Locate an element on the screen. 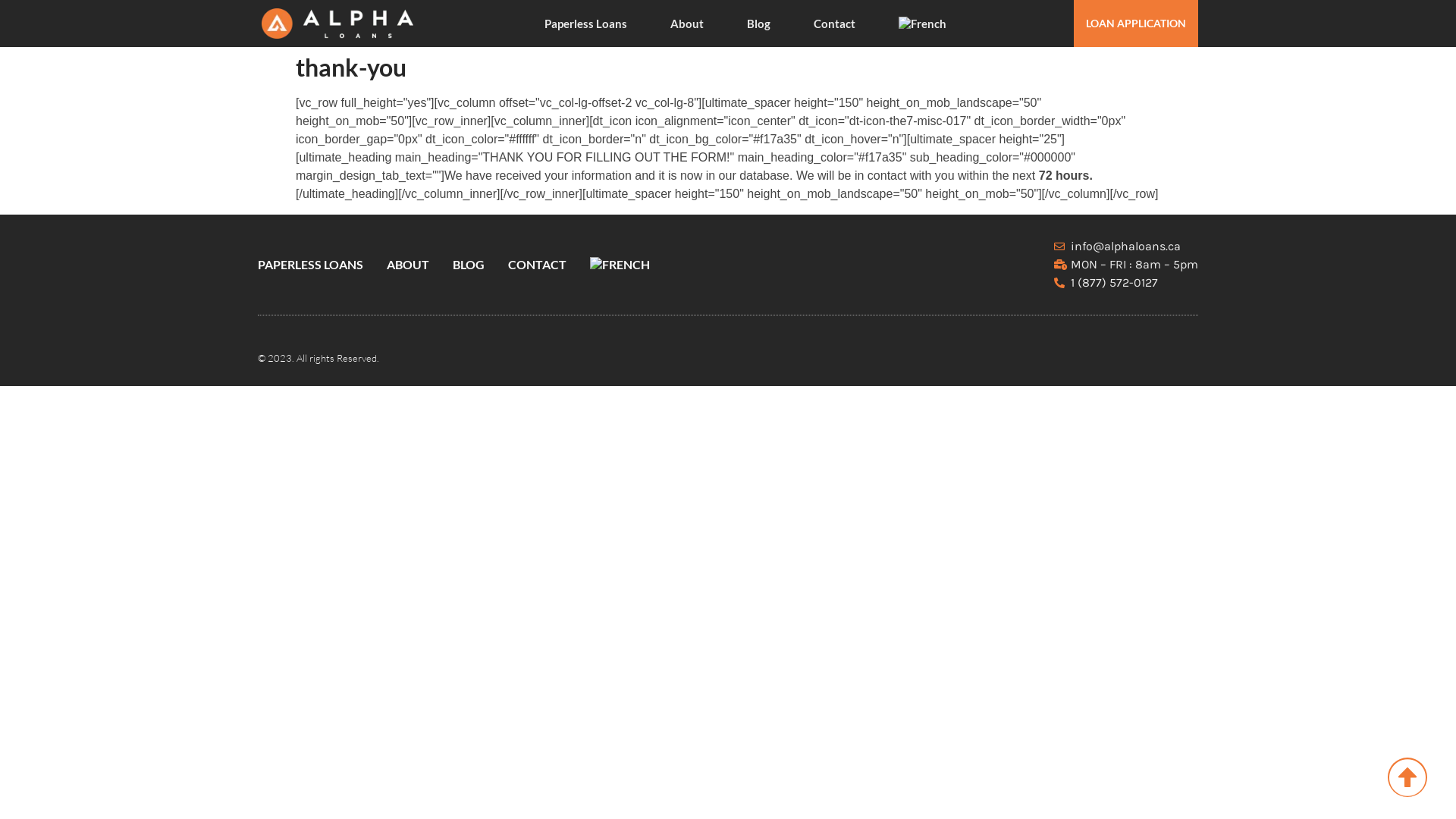 This screenshot has height=819, width=1456. 'PAPERLESS LOANS' is located at coordinates (309, 263).